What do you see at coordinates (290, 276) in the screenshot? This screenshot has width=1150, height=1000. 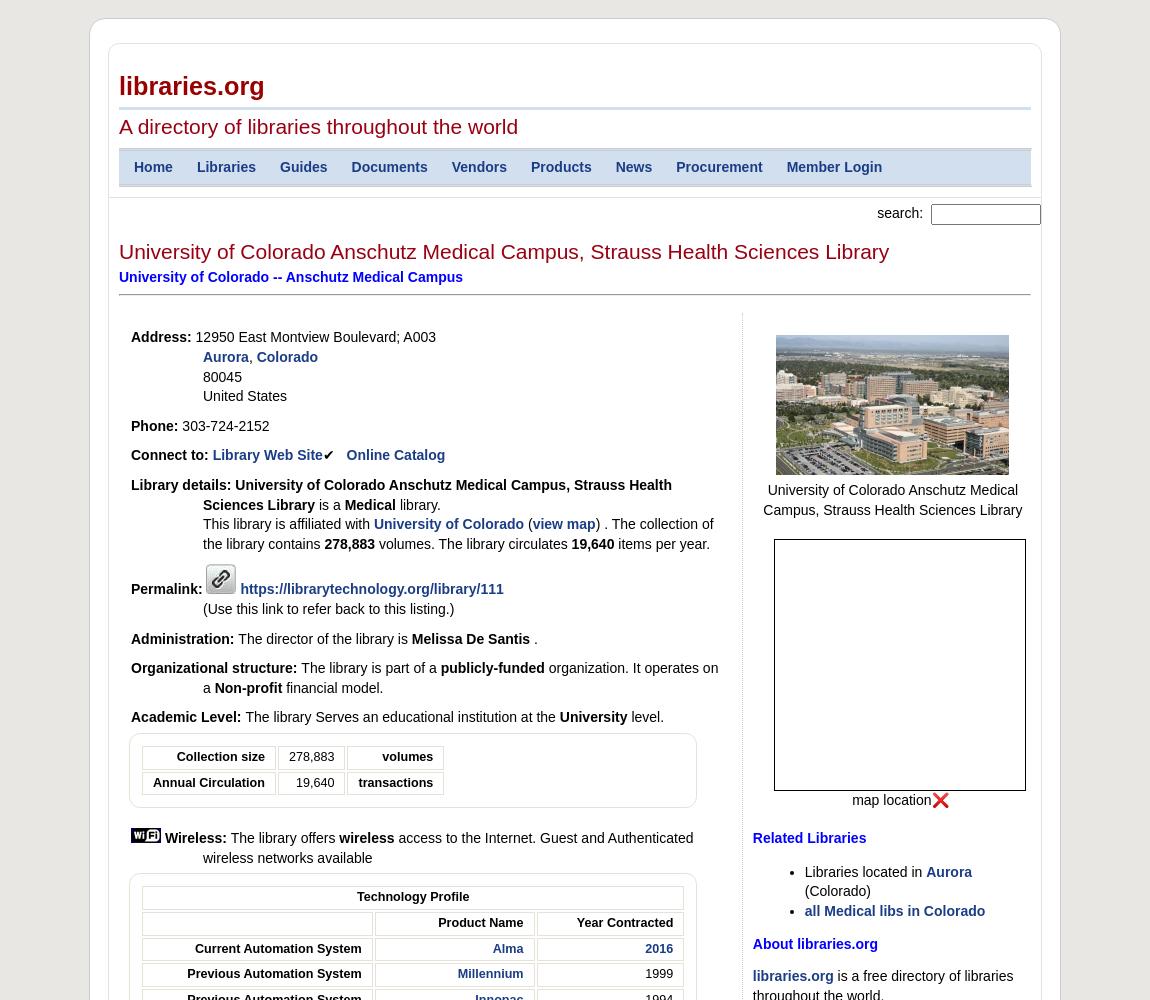 I see `'University of Colorado -- Anschutz Medical Campus'` at bounding box center [290, 276].